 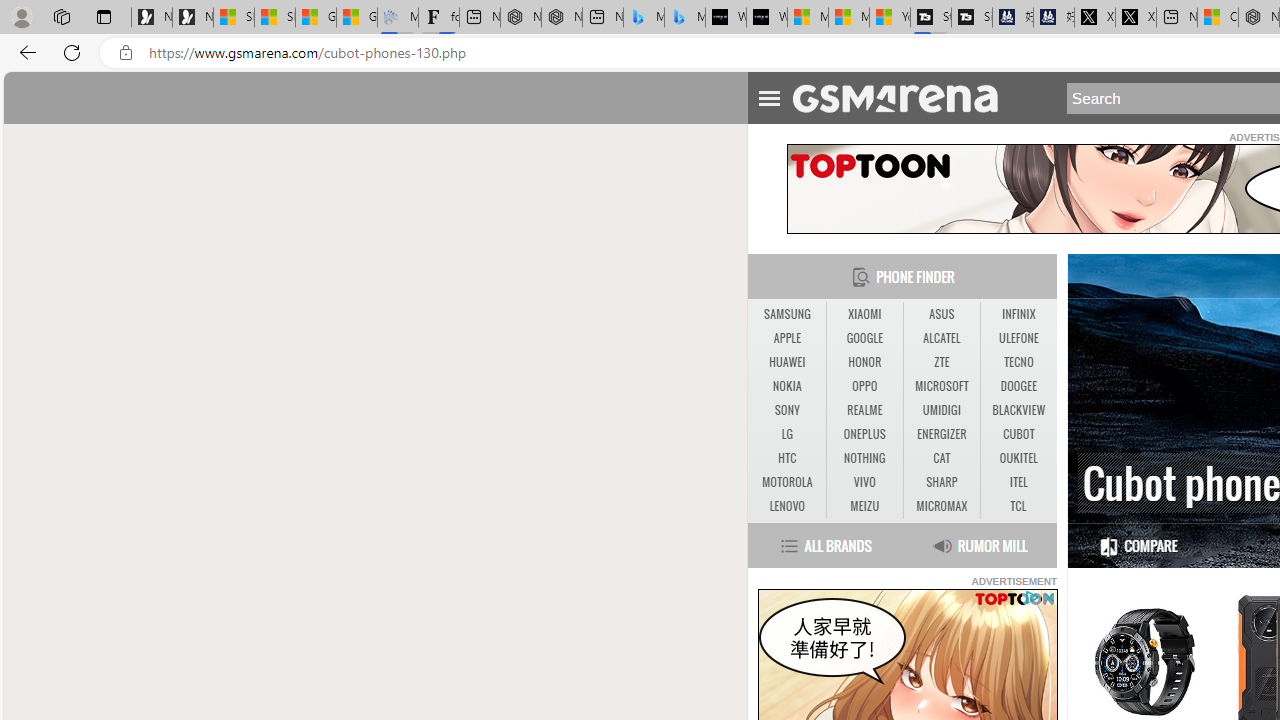 What do you see at coordinates (1018, 387) in the screenshot?
I see `'DOOGEE'` at bounding box center [1018, 387].